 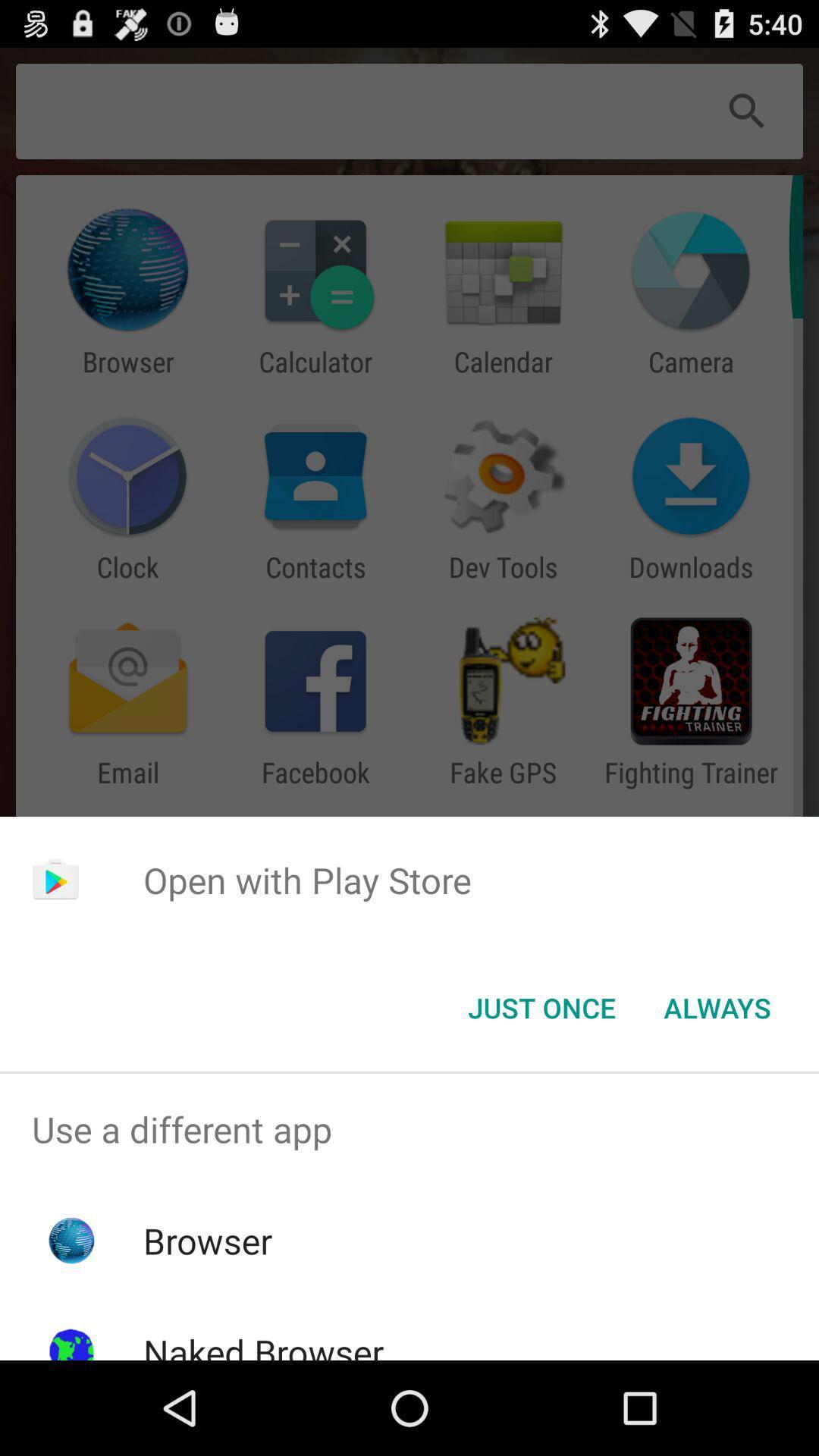 What do you see at coordinates (262, 1344) in the screenshot?
I see `the naked browser` at bounding box center [262, 1344].